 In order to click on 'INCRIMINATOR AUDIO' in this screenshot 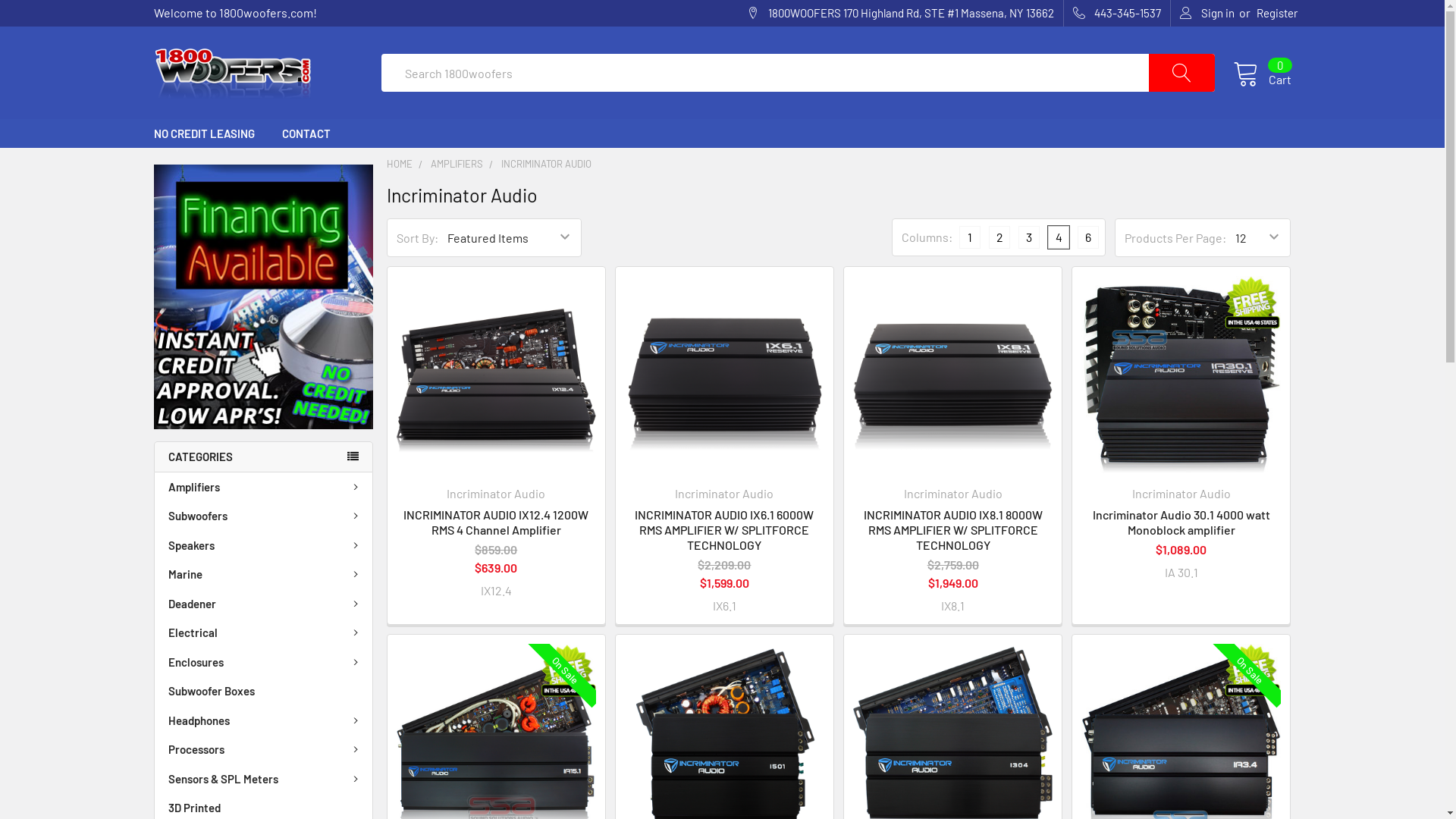, I will do `click(546, 164)`.